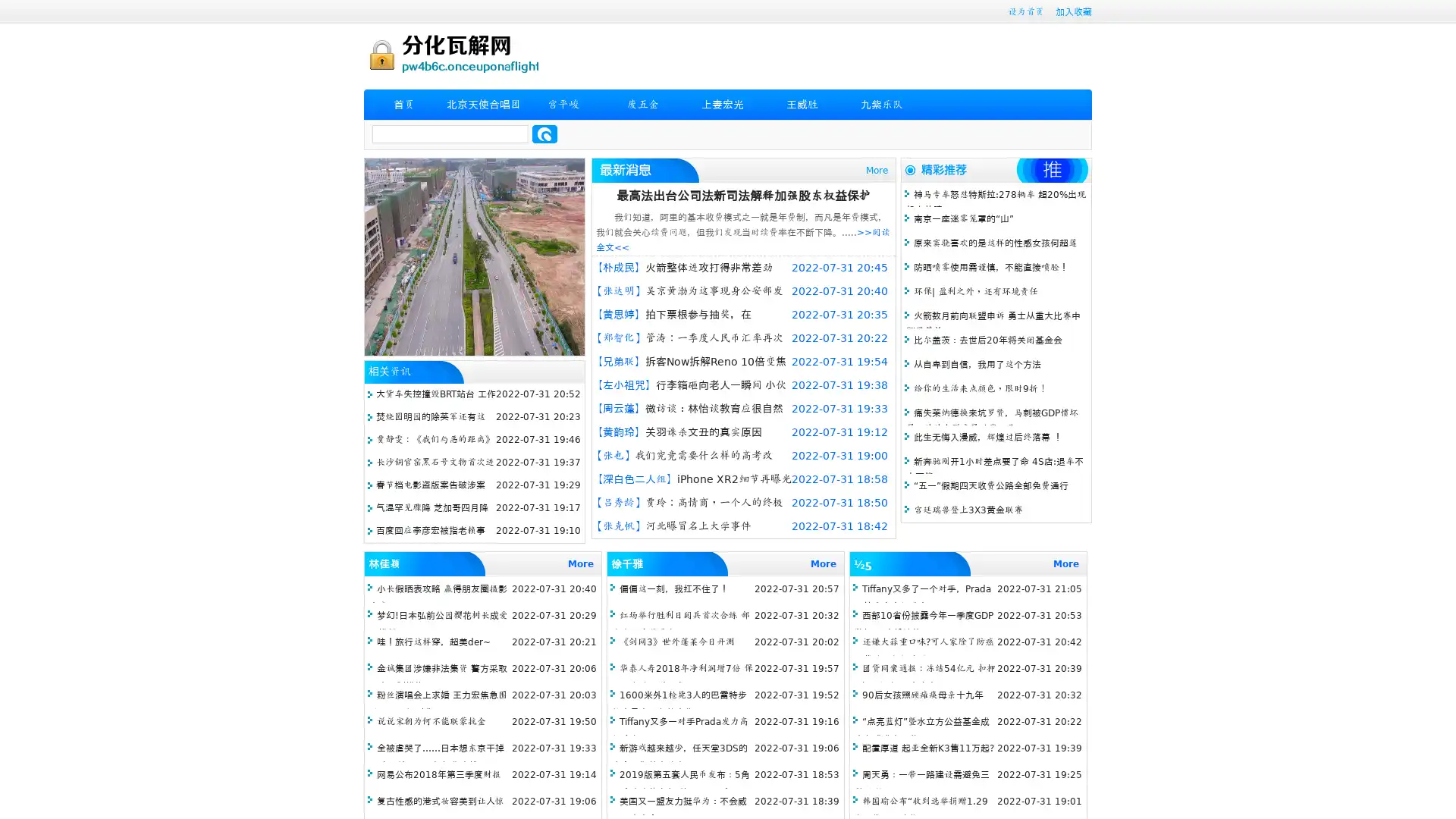 The image size is (1456, 819). Describe the element at coordinates (544, 133) in the screenshot. I see `Search` at that location.